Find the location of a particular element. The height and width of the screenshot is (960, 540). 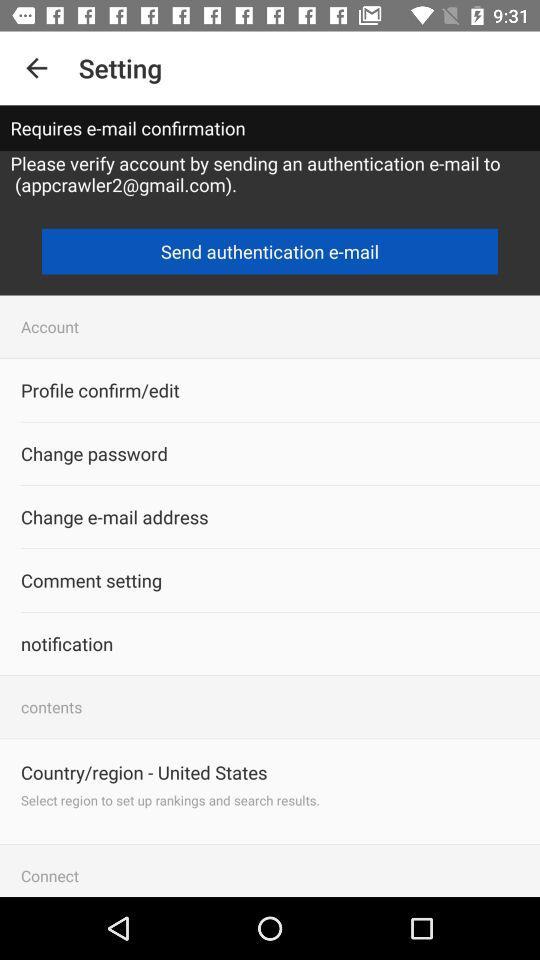

the blue color box is located at coordinates (270, 251).